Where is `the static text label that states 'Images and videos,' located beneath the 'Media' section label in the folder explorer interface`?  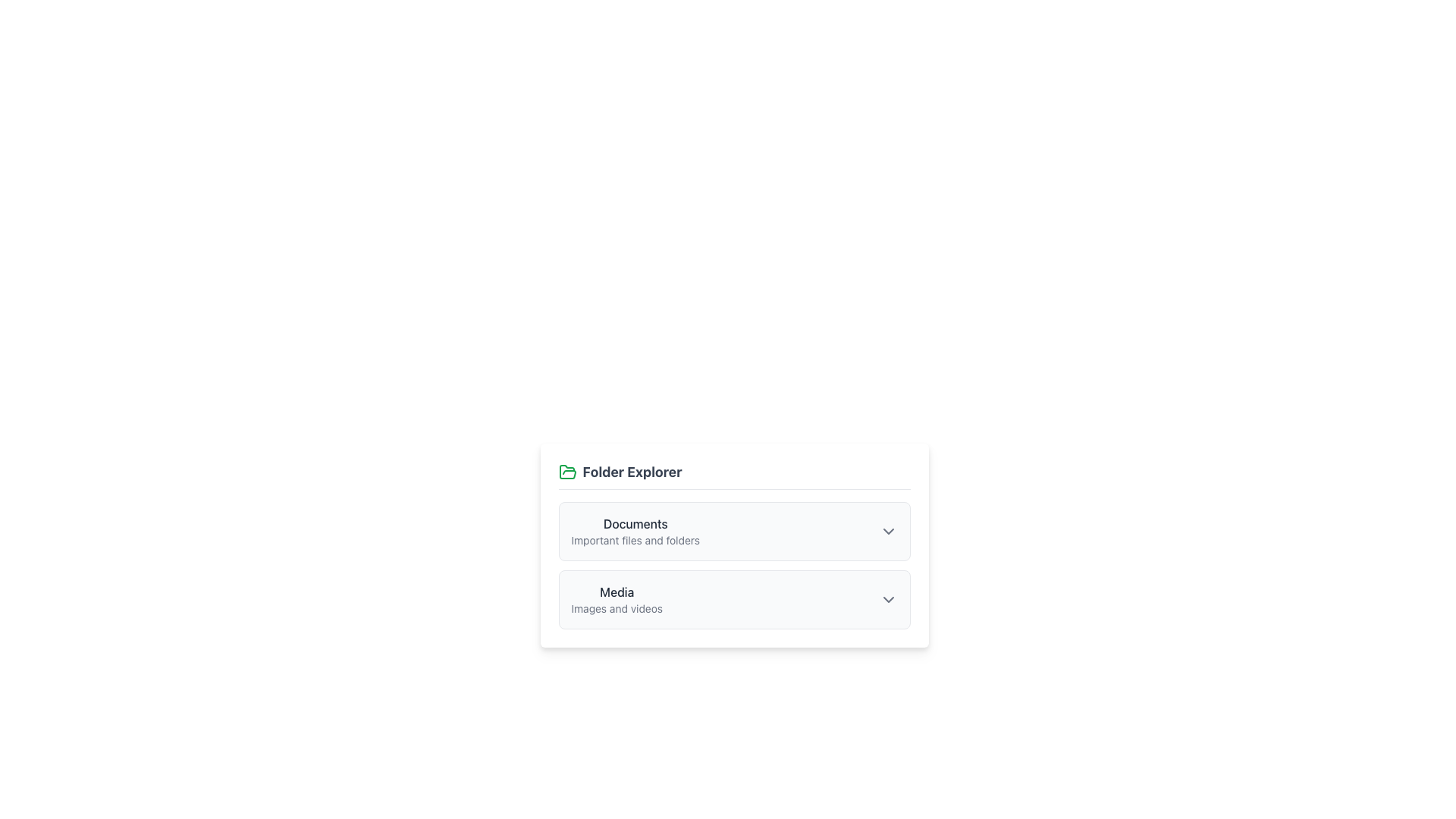
the static text label that states 'Images and videos,' located beneath the 'Media' section label in the folder explorer interface is located at coordinates (617, 607).